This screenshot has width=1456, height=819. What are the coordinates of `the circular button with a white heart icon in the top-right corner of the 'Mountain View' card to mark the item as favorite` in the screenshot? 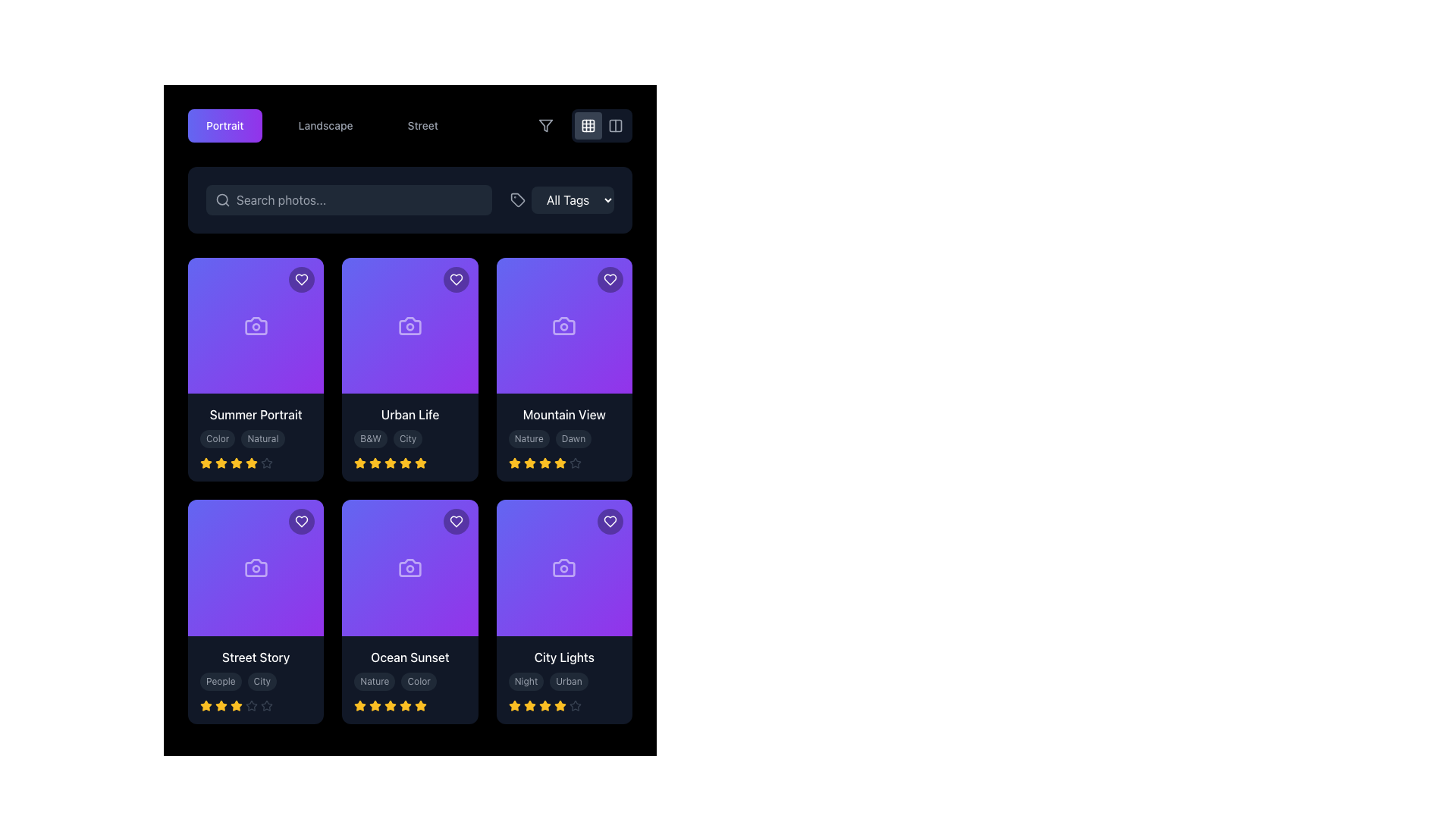 It's located at (610, 280).